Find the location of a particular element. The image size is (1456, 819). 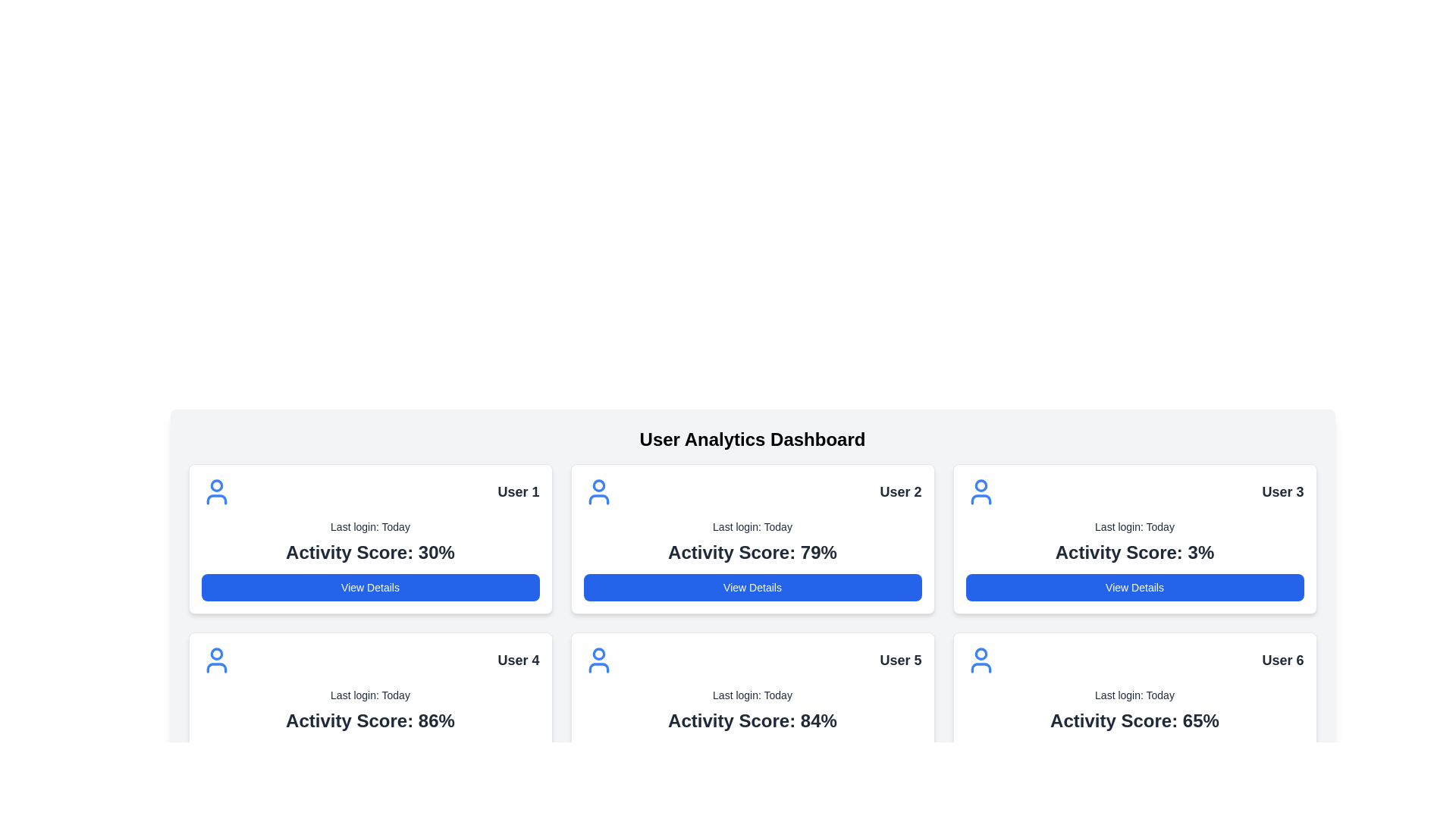

the static text label displaying 'Activity Score: 79%' which is centrally aligned within the 'User 2' card, positioned between 'Last login: Today' and the 'View Details' button is located at coordinates (752, 553).